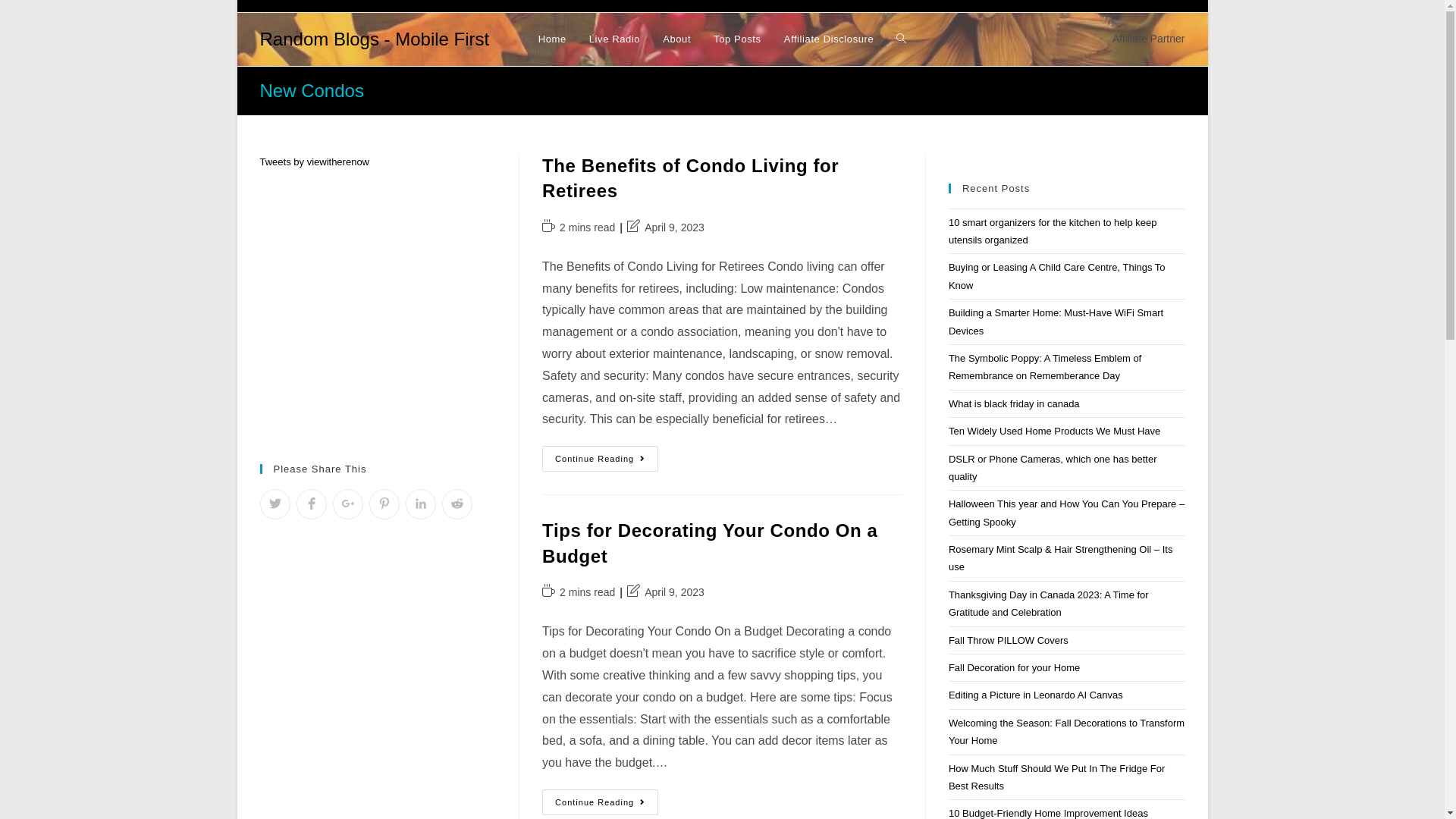 This screenshot has height=819, width=1456. Describe the element at coordinates (1008, 640) in the screenshot. I see `'Fall Throw PILLOW Covers'` at that location.